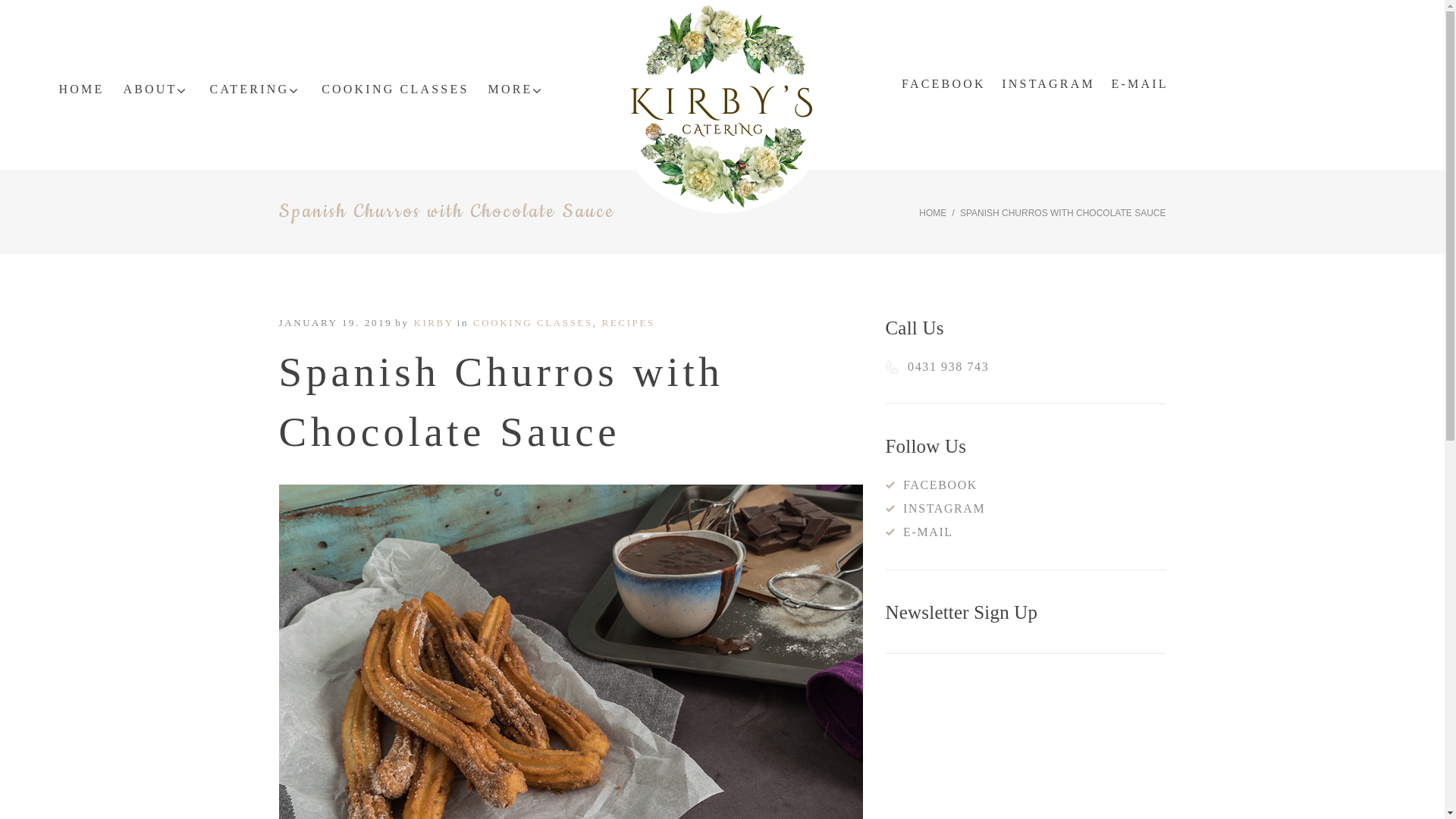  Describe the element at coordinates (334, 322) in the screenshot. I see `'JANUARY 19. 2019'` at that location.